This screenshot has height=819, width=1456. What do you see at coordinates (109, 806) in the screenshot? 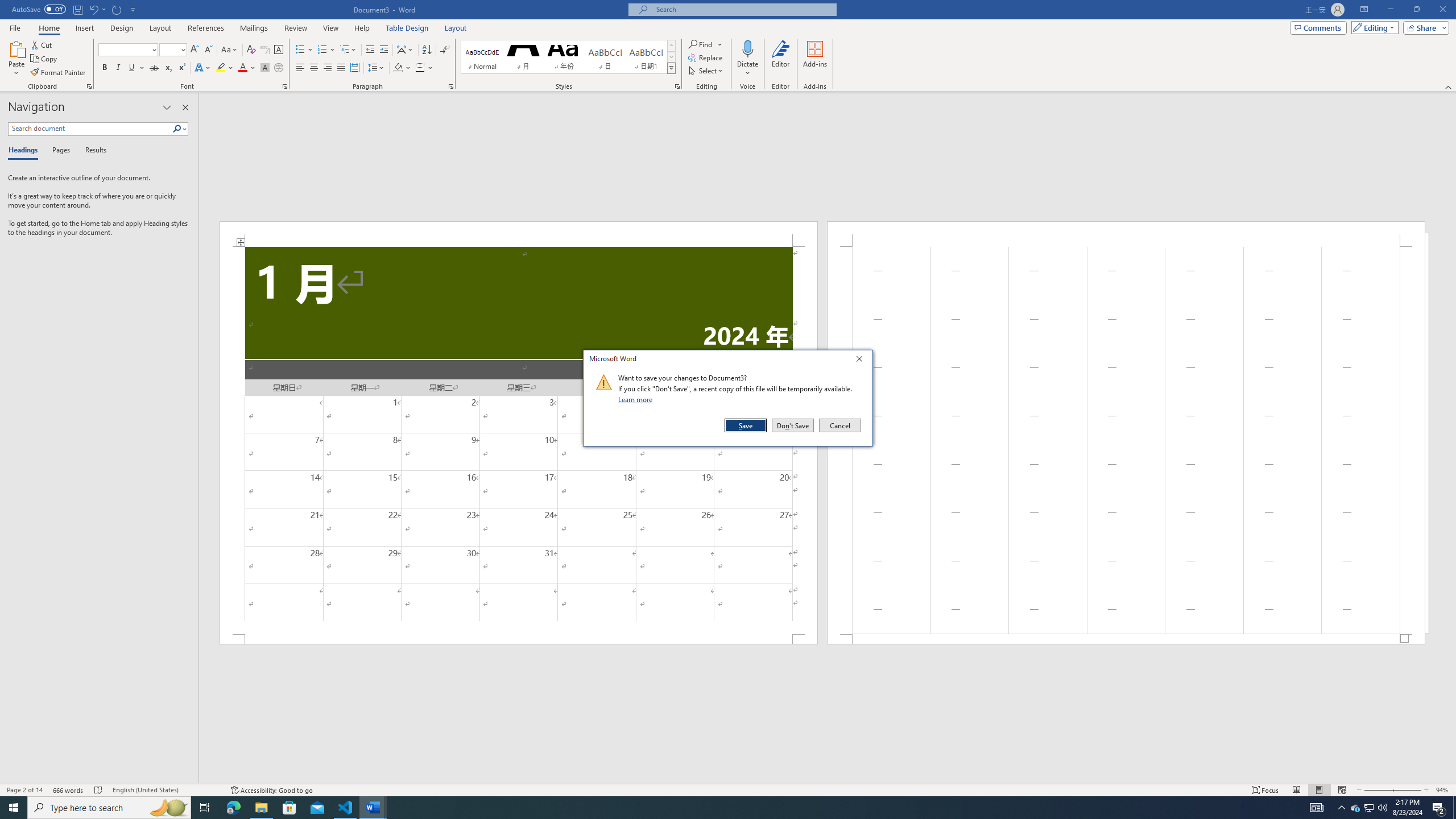
I see `'Type here to search'` at bounding box center [109, 806].